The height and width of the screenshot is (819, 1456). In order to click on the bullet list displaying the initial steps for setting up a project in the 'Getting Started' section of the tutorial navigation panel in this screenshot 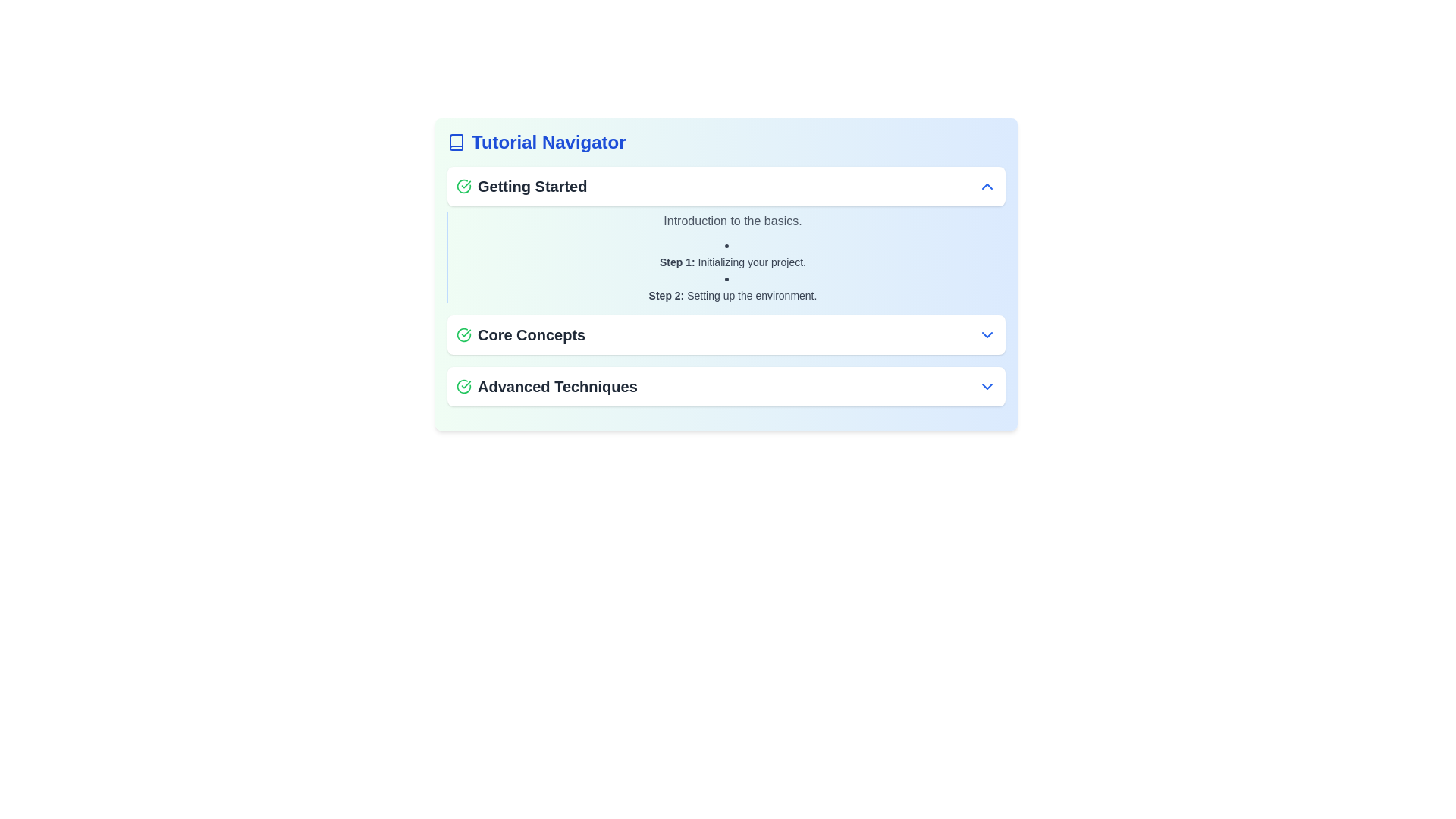, I will do `click(733, 268)`.